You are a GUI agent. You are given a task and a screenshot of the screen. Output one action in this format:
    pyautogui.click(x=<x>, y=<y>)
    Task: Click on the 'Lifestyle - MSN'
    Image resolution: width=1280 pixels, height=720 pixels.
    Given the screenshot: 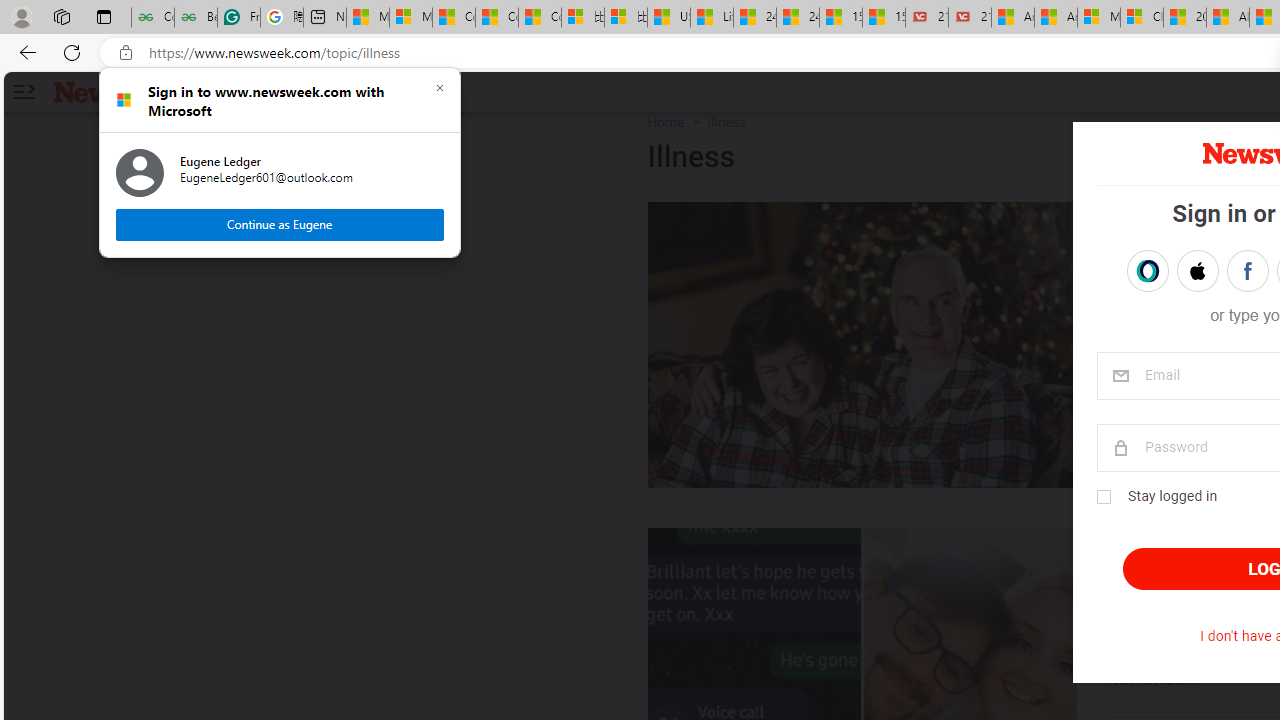 What is the action you would take?
    pyautogui.click(x=712, y=17)
    